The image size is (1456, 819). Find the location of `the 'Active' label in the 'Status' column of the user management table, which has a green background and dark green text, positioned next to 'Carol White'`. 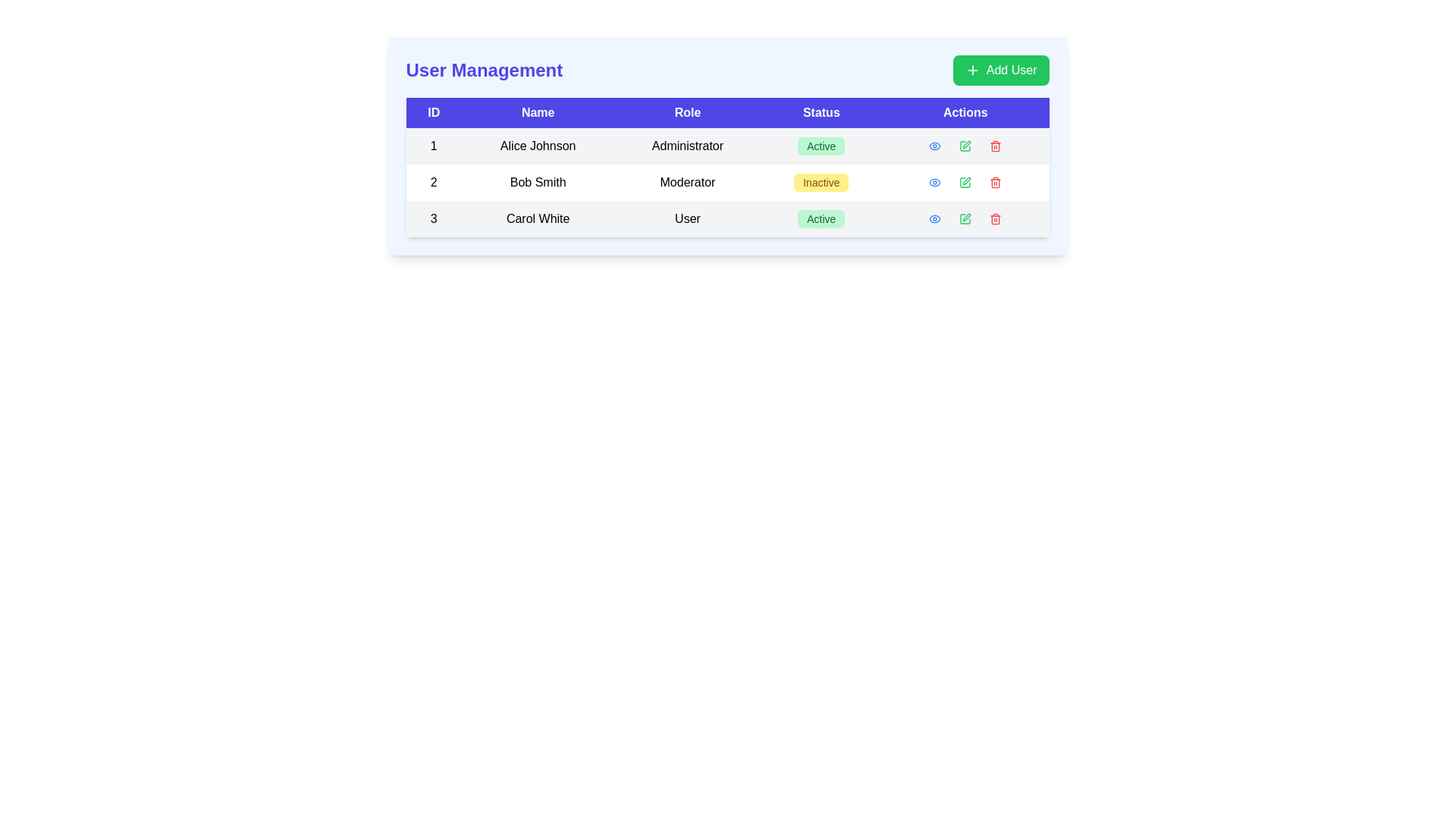

the 'Active' label in the 'Status' column of the user management table, which has a green background and dark green text, positioned next to 'Carol White' is located at coordinates (821, 219).